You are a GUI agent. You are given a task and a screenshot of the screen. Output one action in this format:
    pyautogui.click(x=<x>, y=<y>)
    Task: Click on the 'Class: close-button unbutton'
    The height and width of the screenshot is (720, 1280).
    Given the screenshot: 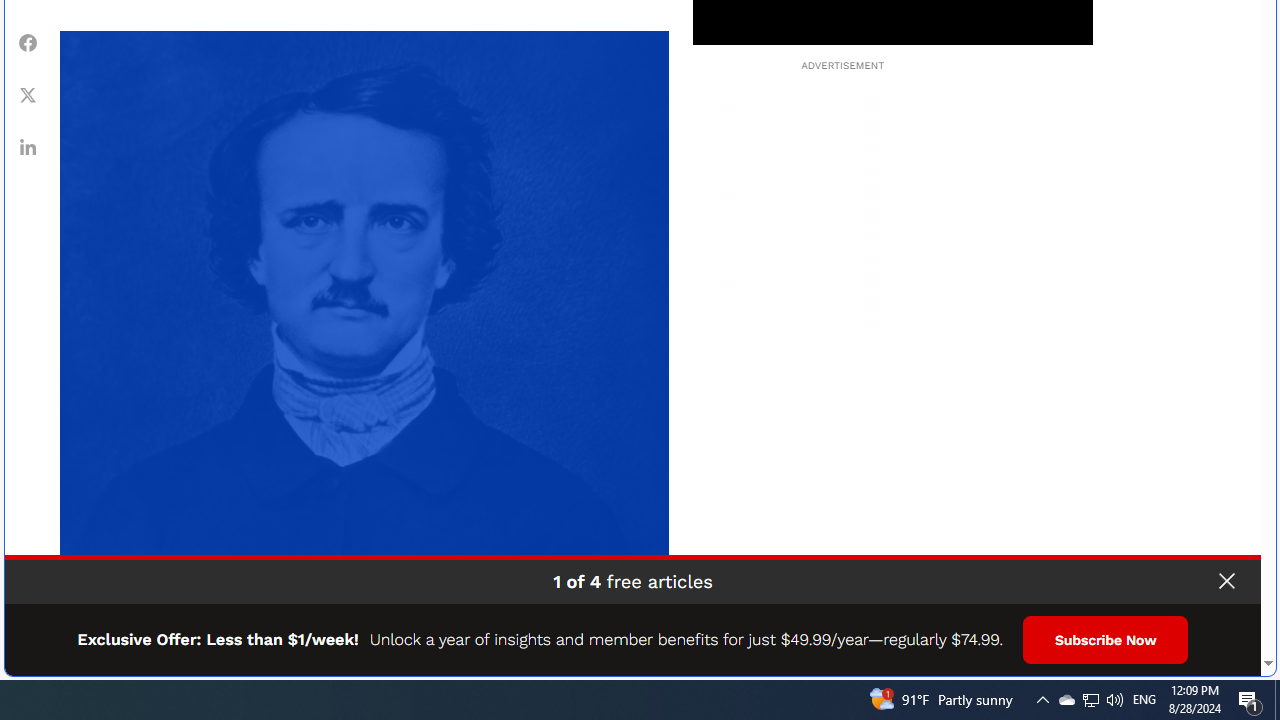 What is the action you would take?
    pyautogui.click(x=1225, y=581)
    